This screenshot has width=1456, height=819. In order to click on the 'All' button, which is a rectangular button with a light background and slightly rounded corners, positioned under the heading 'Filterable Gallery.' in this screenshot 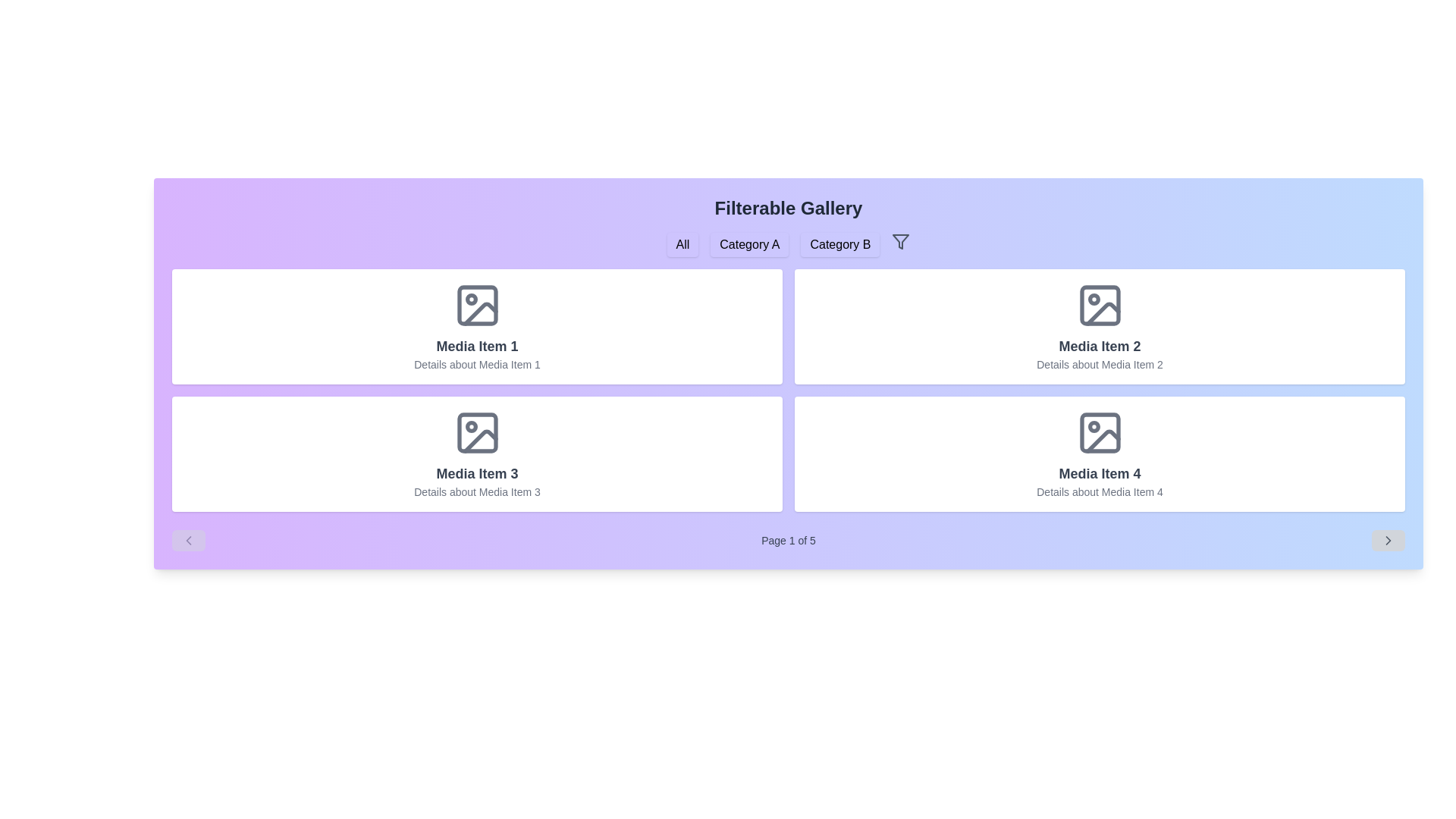, I will do `click(682, 244)`.